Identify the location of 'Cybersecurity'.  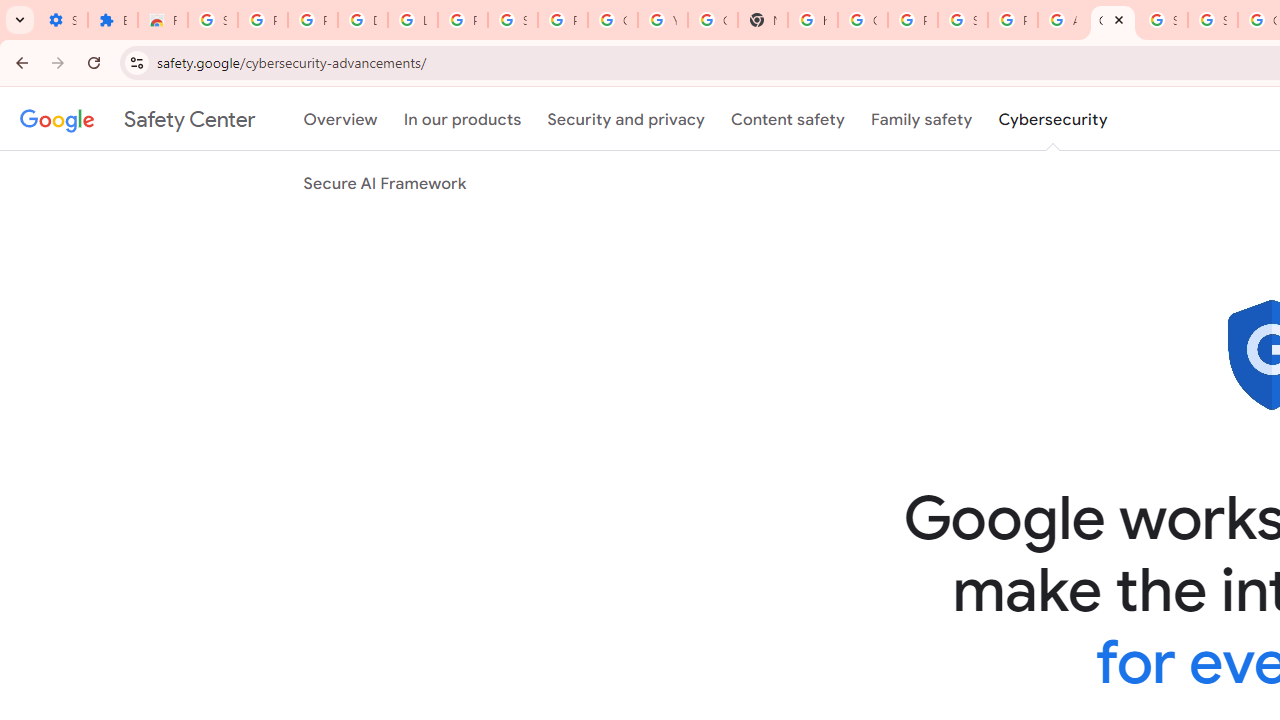
(1052, 119).